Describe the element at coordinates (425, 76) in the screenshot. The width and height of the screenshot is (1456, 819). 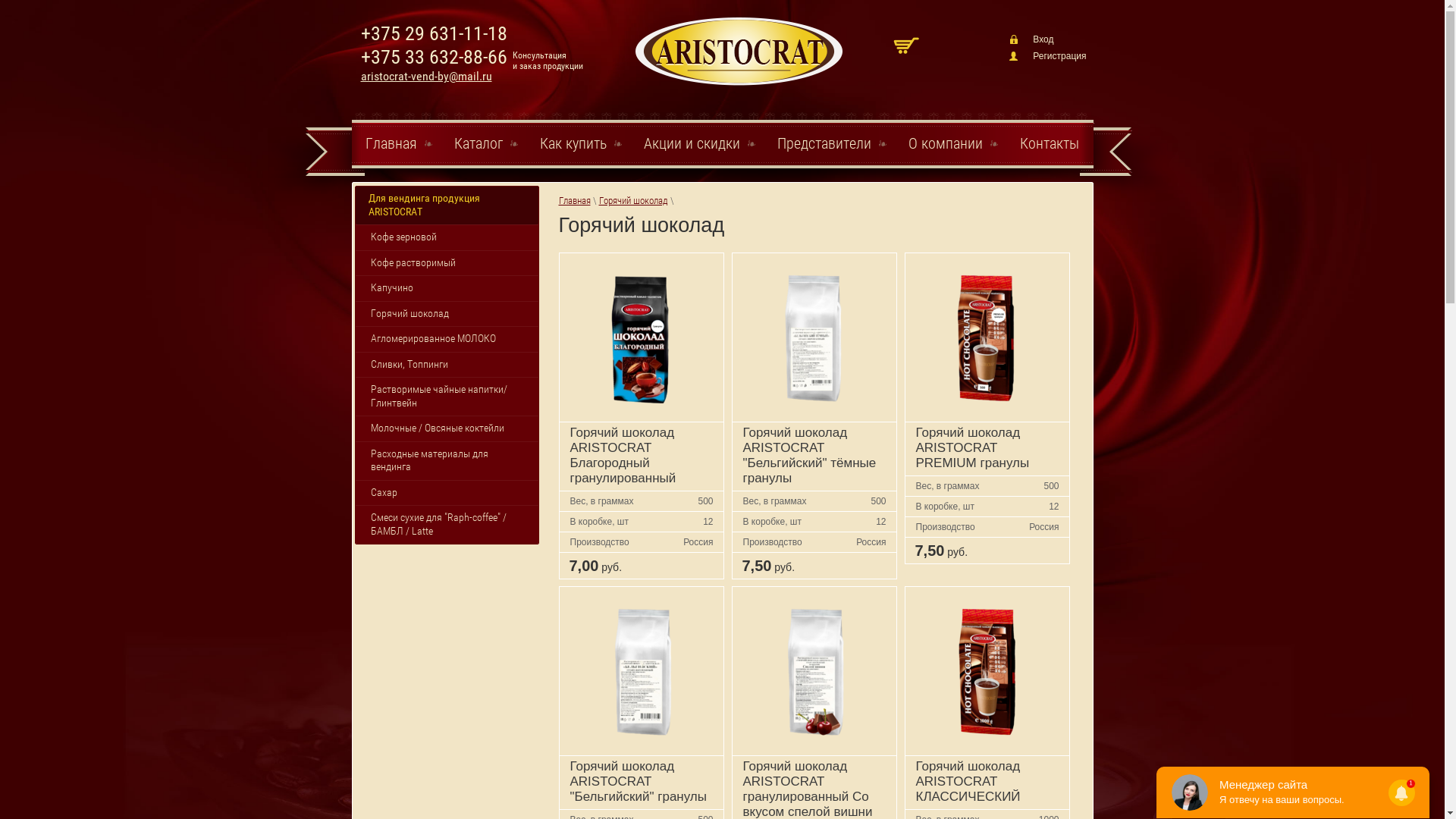
I see `'aristocrat-vend-by@mail.ru'` at that location.